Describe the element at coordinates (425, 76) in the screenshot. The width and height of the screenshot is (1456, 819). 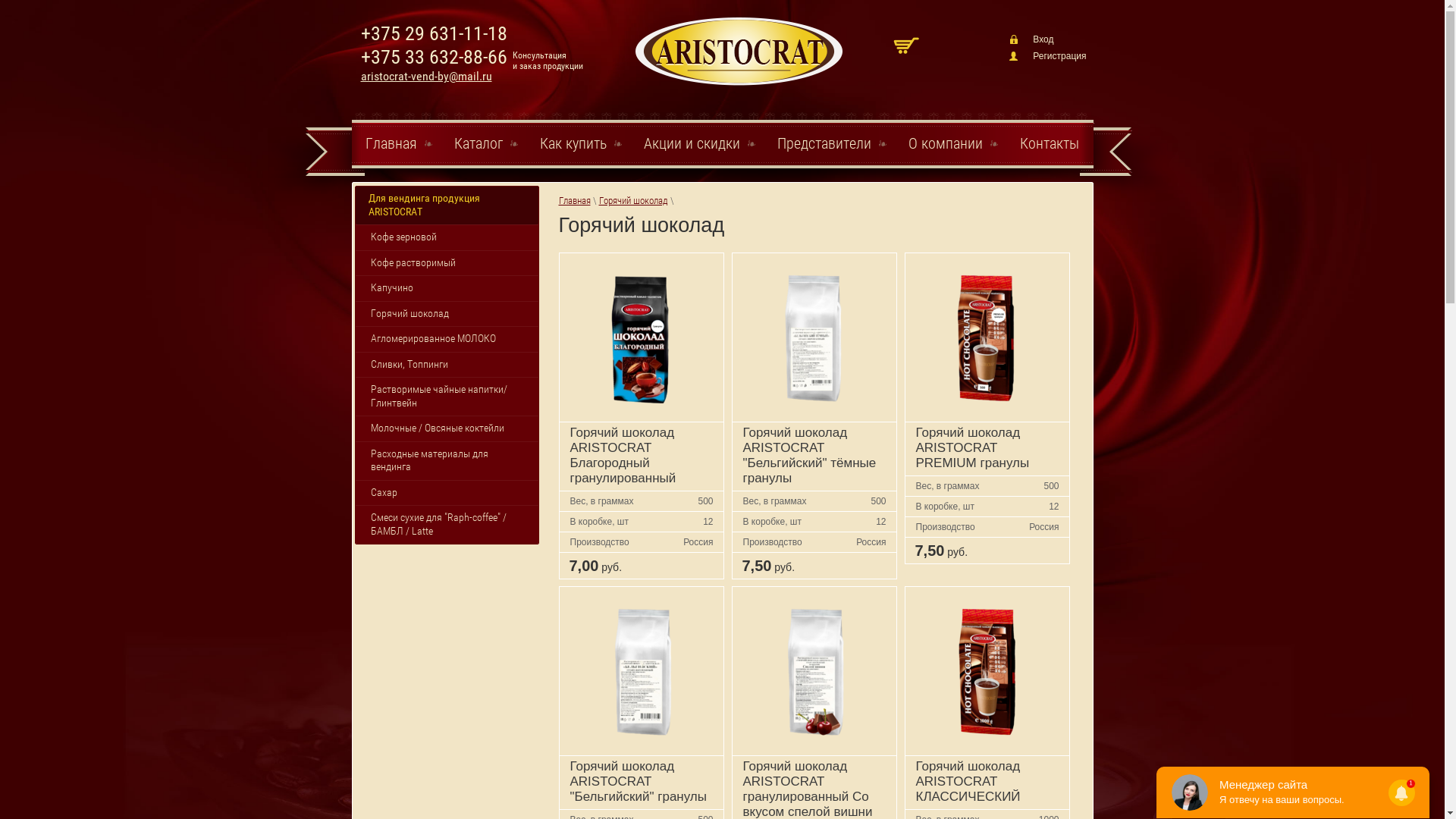
I see `'aristocrat-vend-by@mail.ru'` at that location.